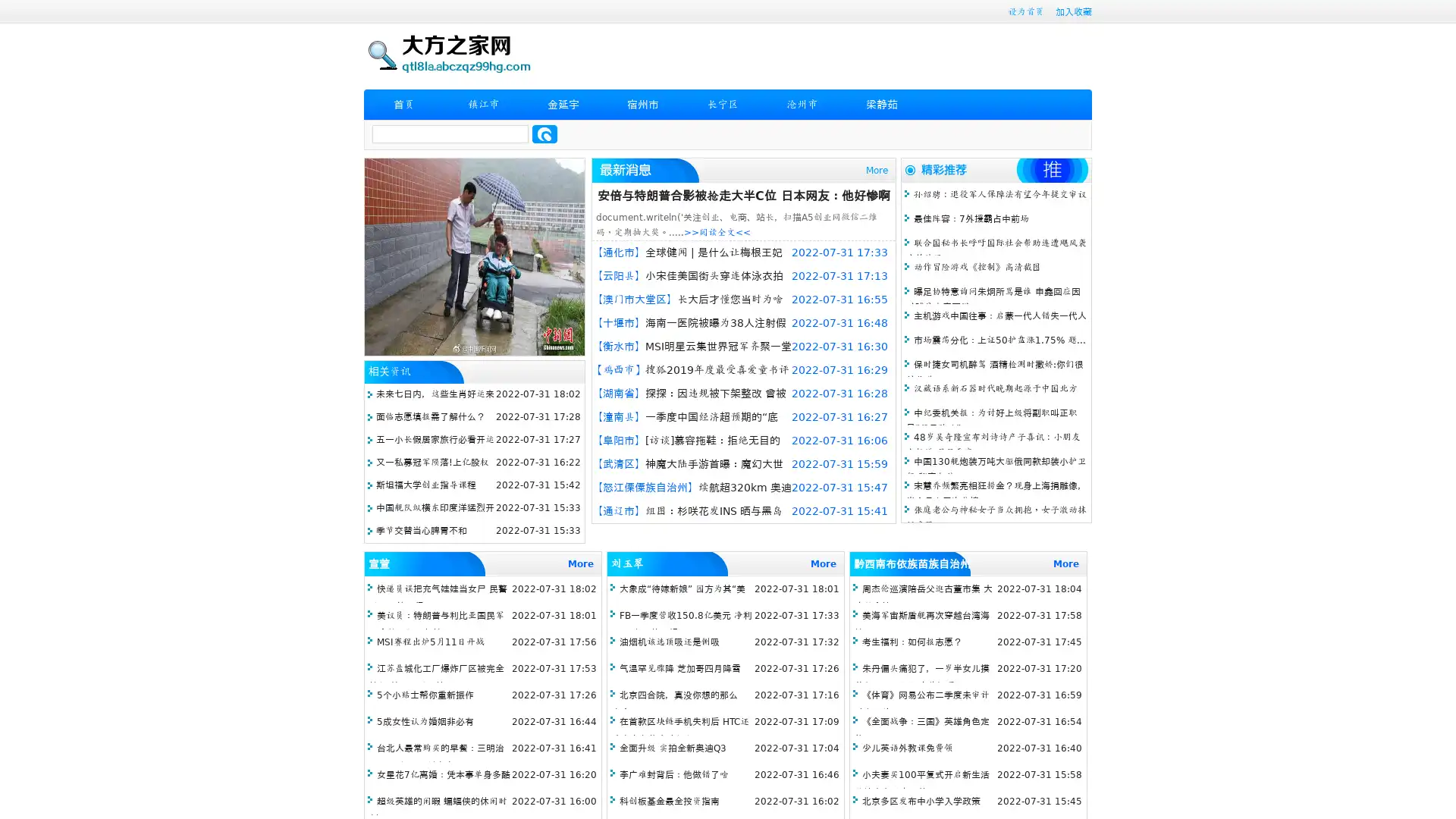  What do you see at coordinates (544, 133) in the screenshot?
I see `Search` at bounding box center [544, 133].